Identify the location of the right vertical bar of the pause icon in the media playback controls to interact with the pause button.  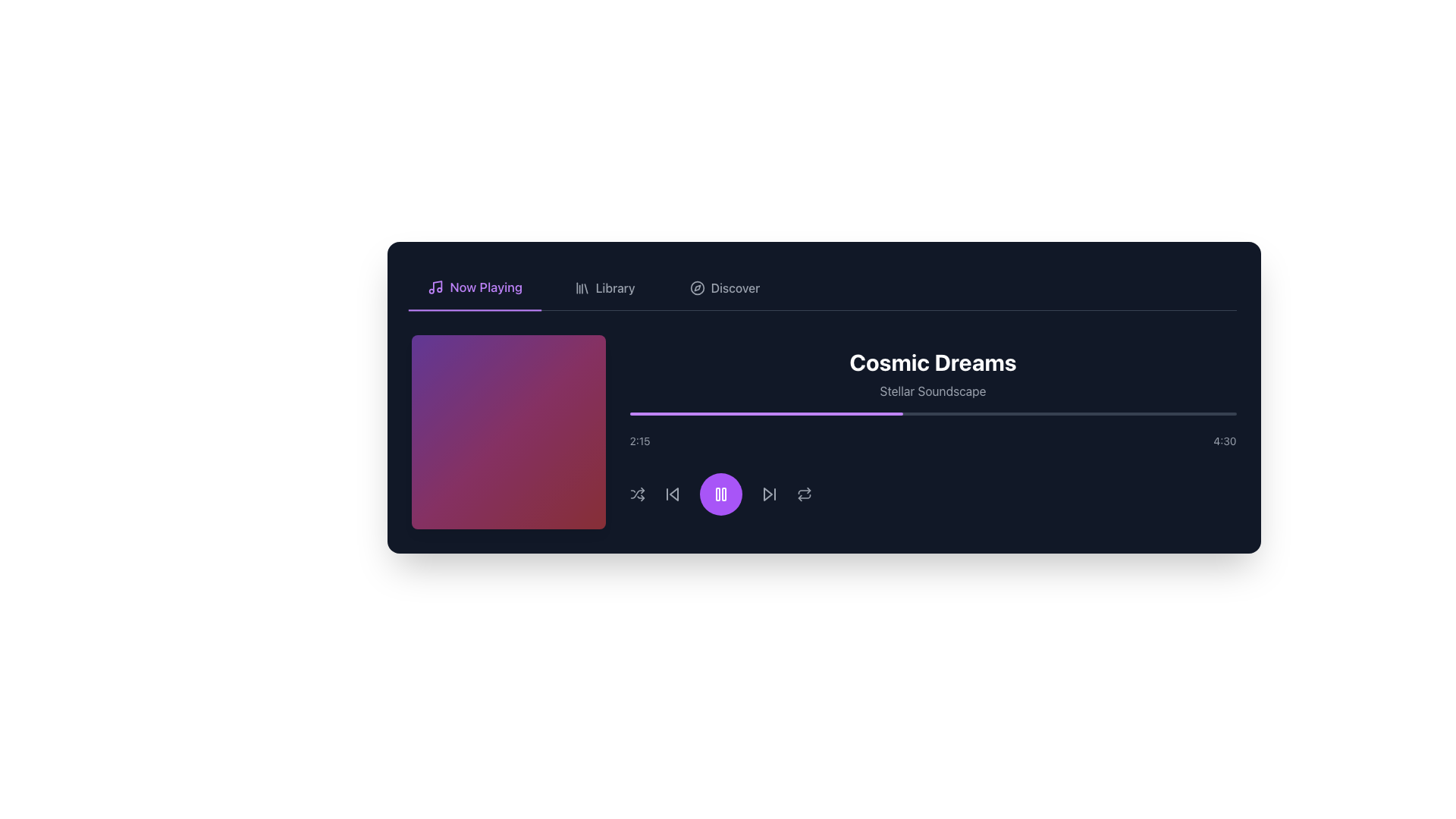
(723, 494).